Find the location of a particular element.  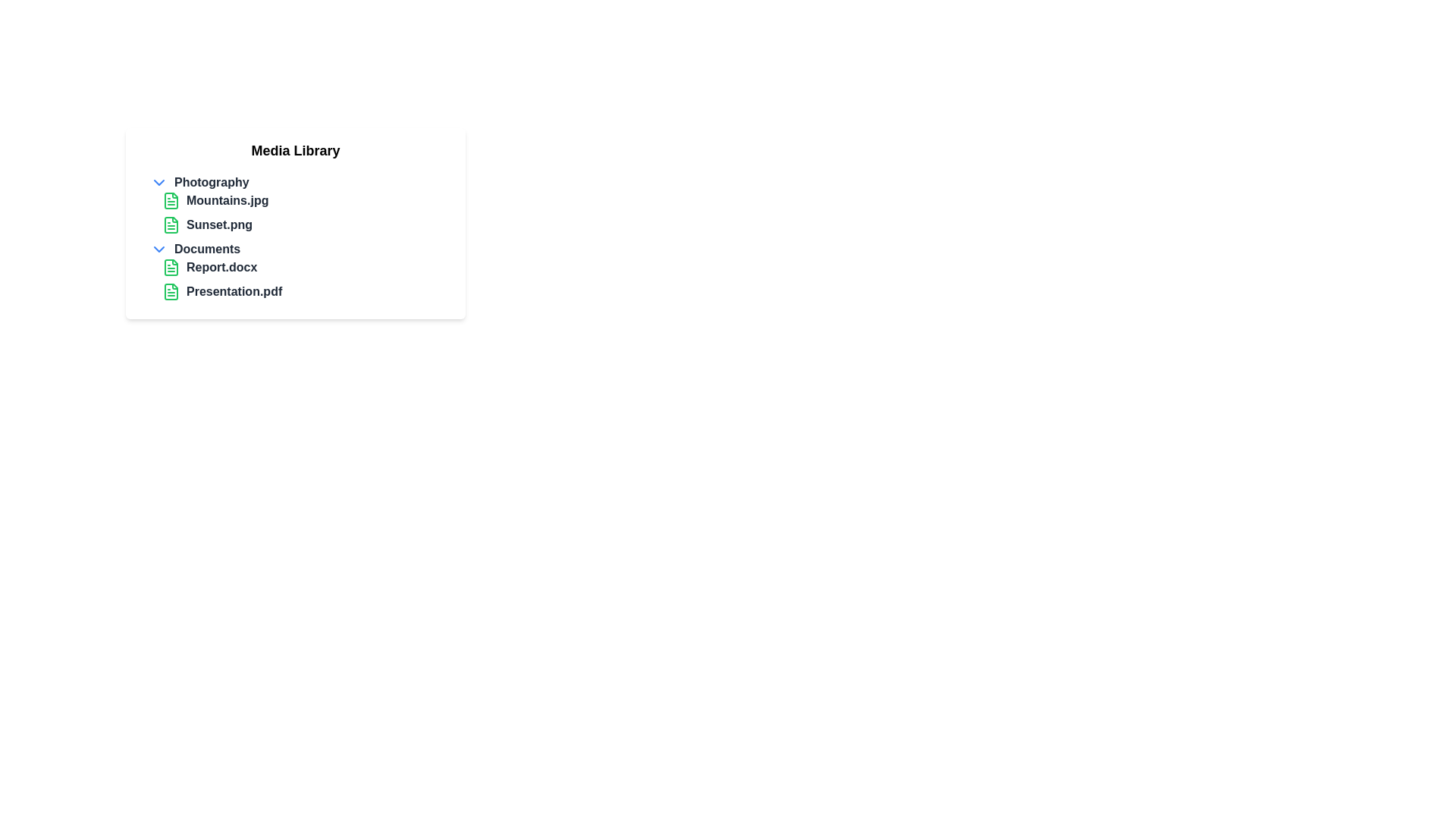

the Icon representing a document or file, which is located to the left of the text label 'Mountains.jpg' in the 'Media Library' list is located at coordinates (171, 200).